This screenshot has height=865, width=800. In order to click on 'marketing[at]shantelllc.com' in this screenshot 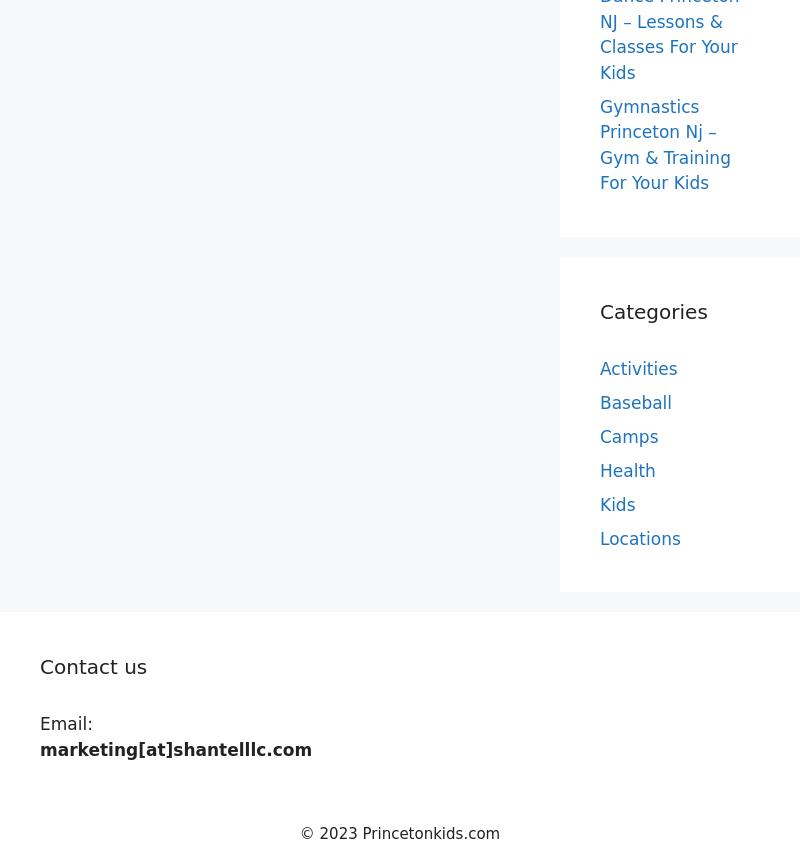, I will do `click(175, 748)`.